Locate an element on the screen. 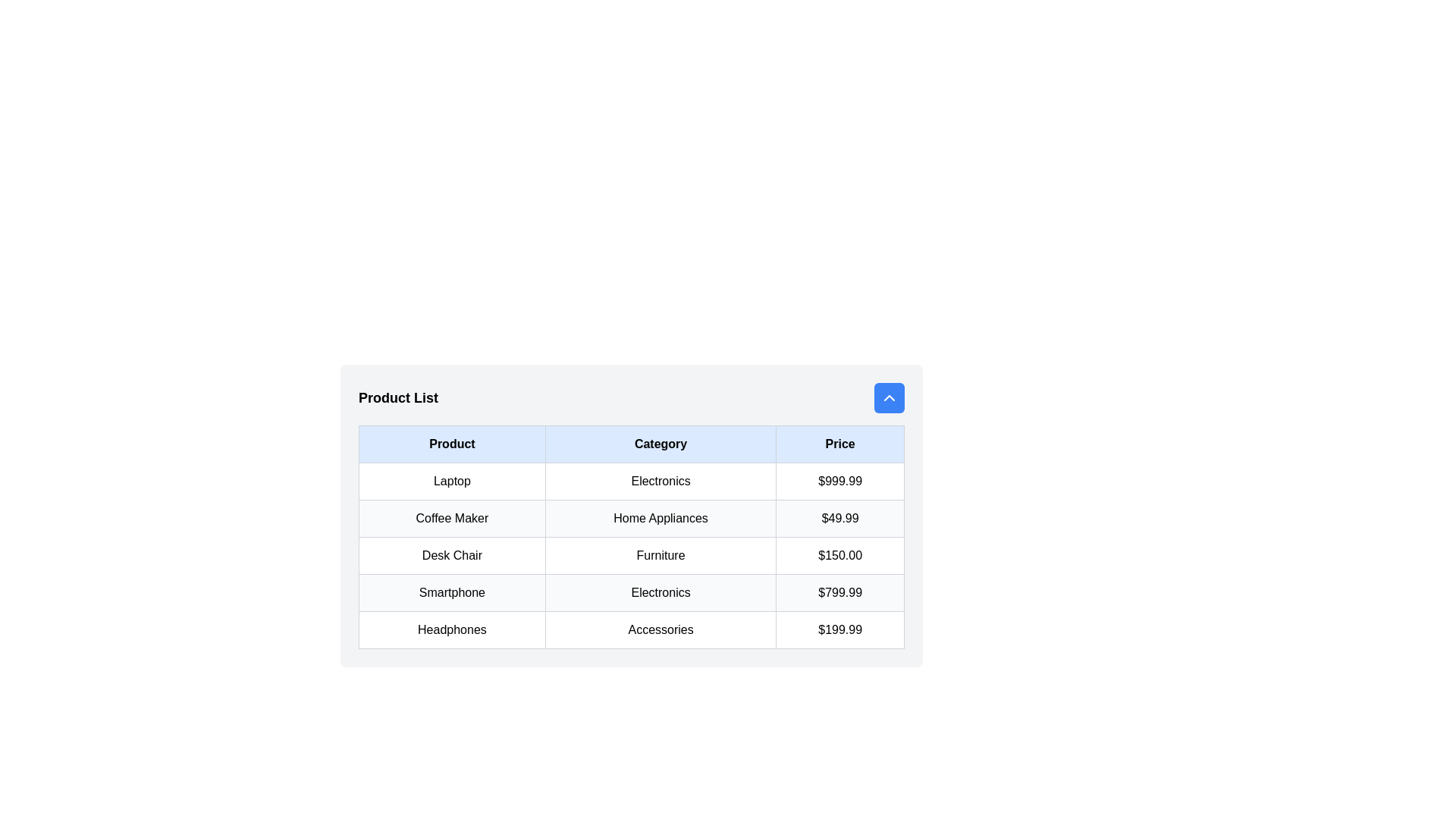  the static text label displaying 'Laptop', which is the first cell in the first data row of the table, immediately below the header row and aligned with the column labeled 'Product' is located at coordinates (451, 482).